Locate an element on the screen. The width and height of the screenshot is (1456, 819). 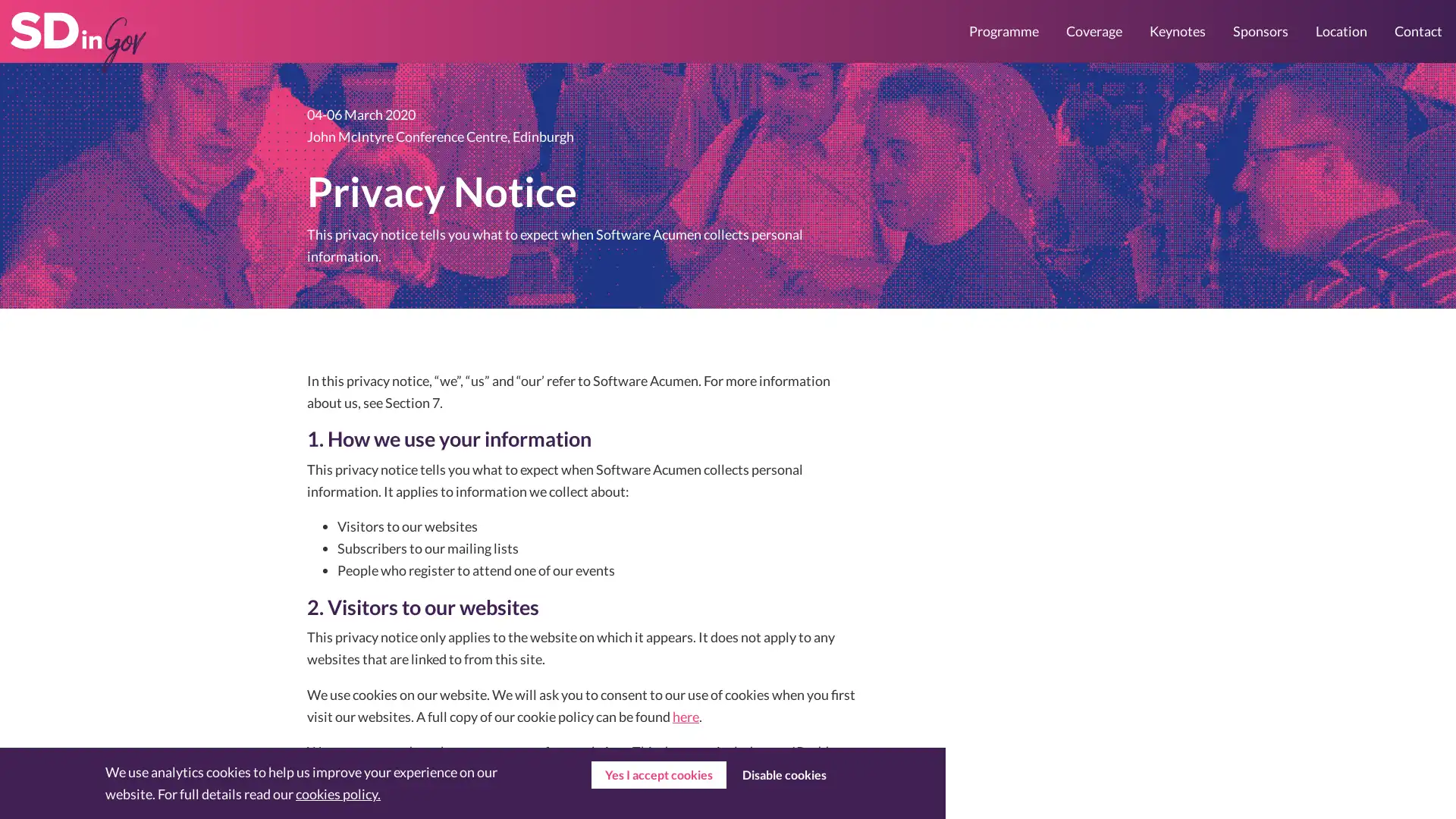
Disable cookies is located at coordinates (783, 775).